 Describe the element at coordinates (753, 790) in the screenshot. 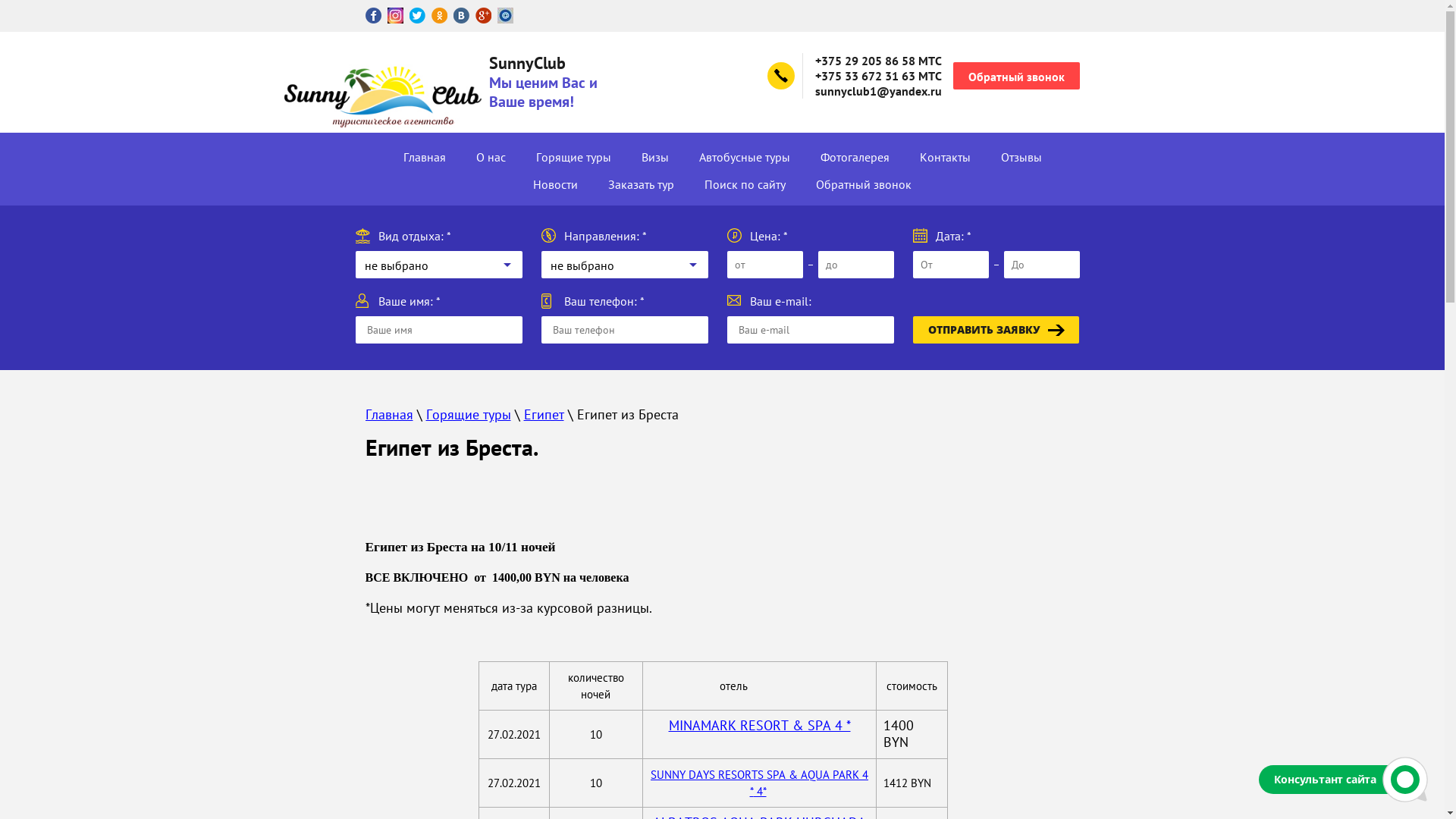

I see `' 4*'` at that location.